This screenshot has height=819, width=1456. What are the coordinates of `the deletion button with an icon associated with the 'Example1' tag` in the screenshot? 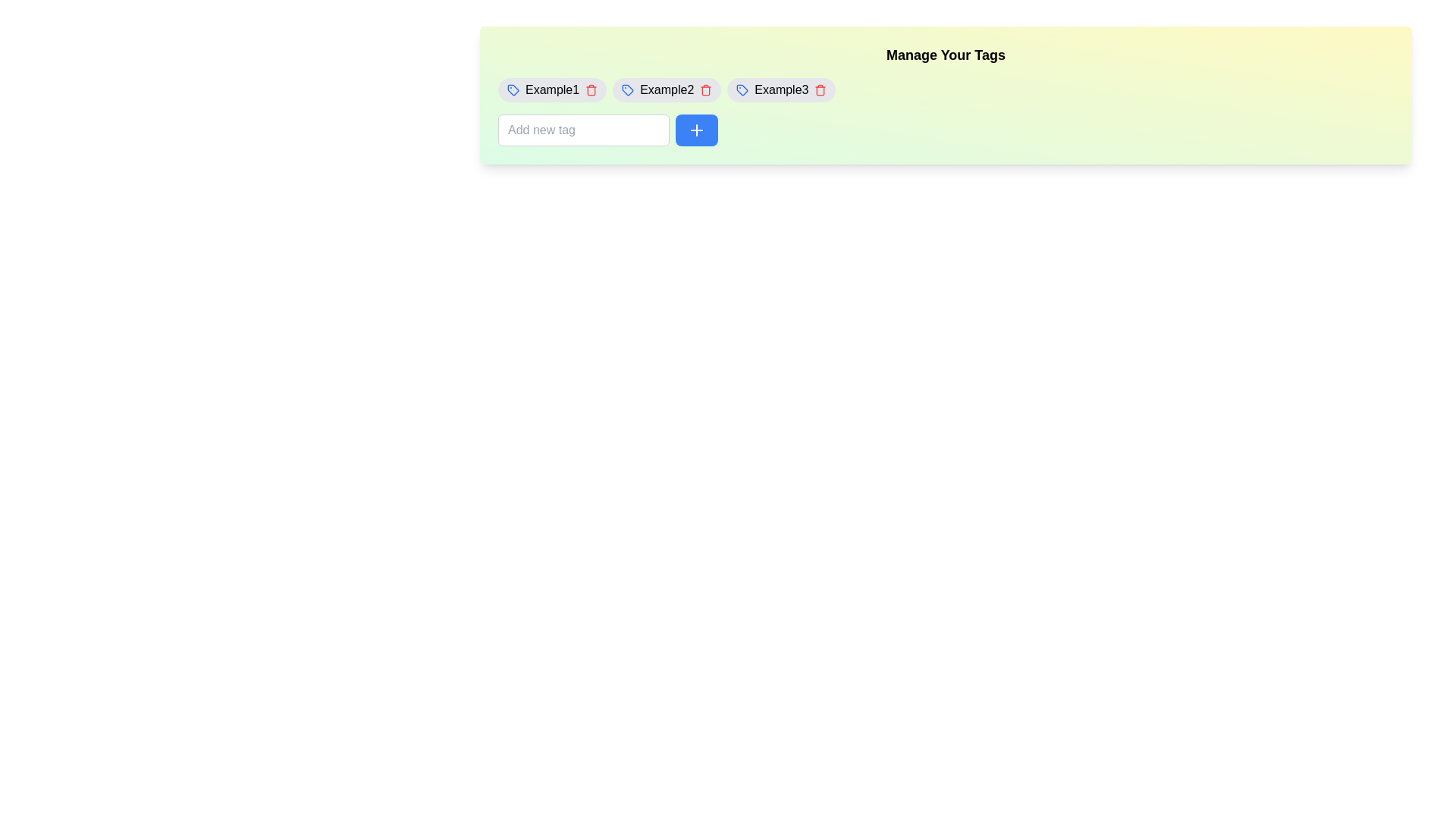 It's located at (591, 90).